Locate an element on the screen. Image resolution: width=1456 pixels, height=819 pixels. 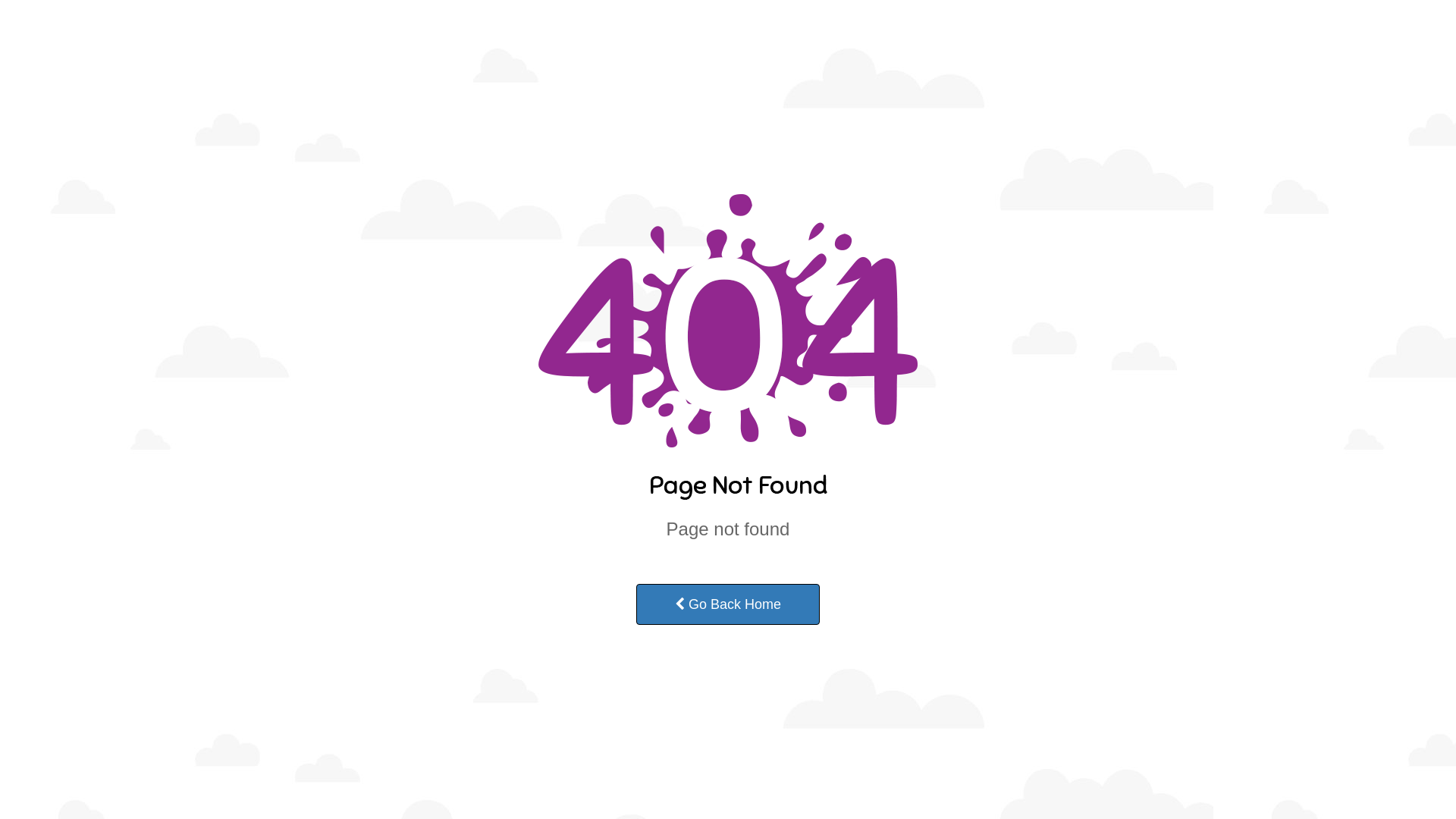
'Go Back Home' is located at coordinates (728, 604).